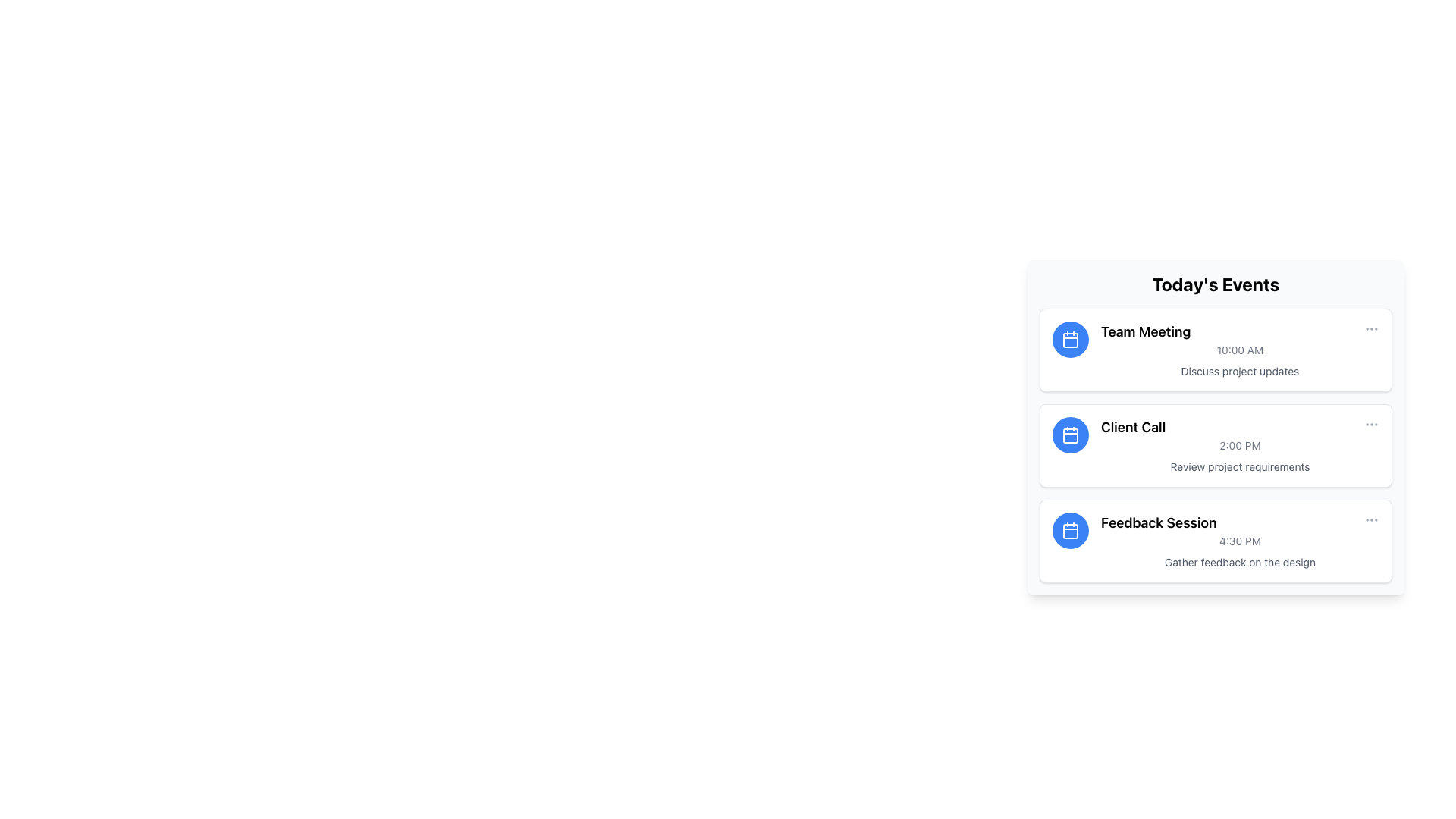 The image size is (1456, 819). I want to click on the gray three-dot menu icon located at the far right of the 'Feedback Session' section, so click(1372, 519).